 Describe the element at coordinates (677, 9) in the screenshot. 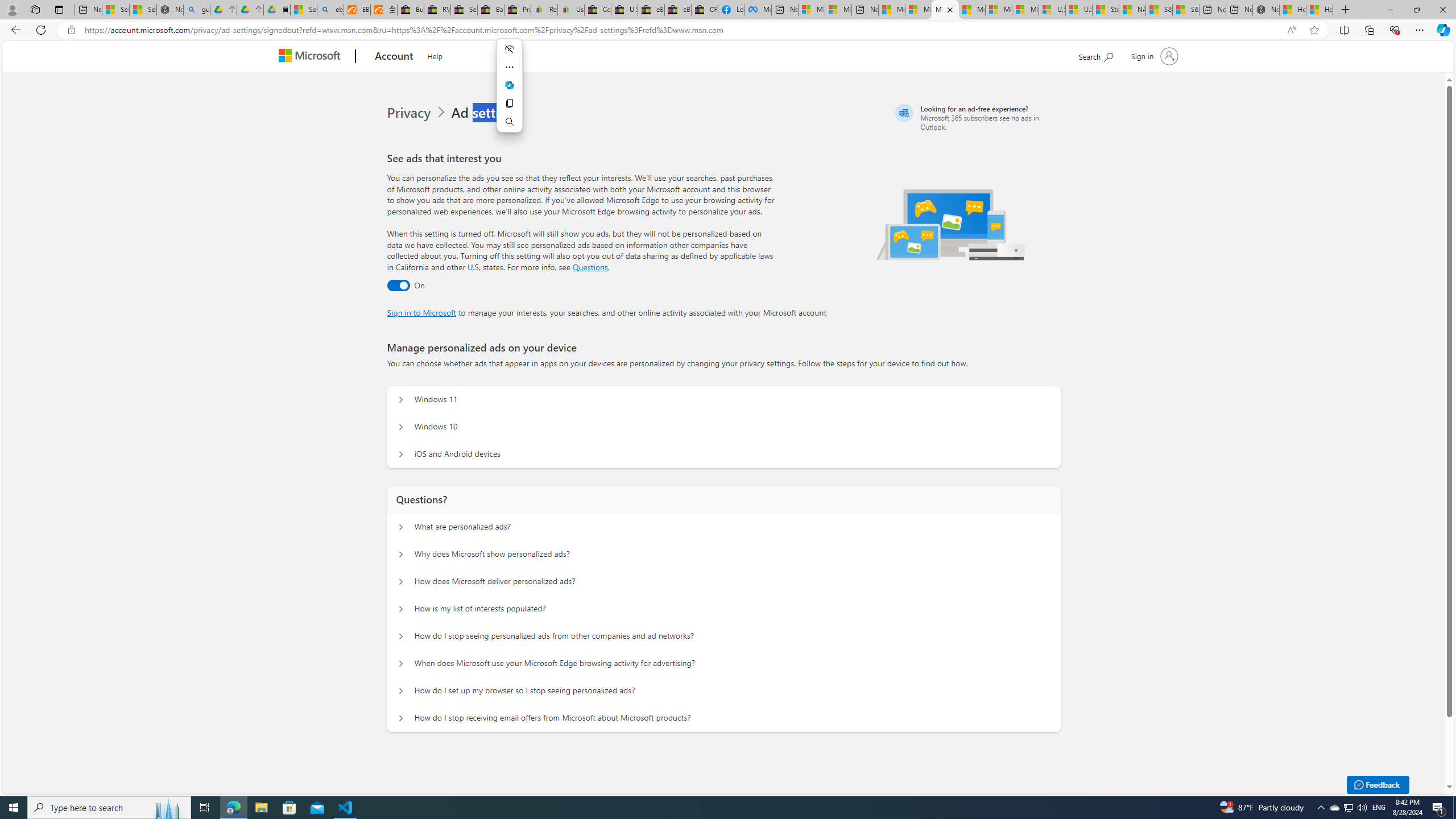

I see `'eBay Inc. Reports Third Quarter 2023 Results'` at that location.